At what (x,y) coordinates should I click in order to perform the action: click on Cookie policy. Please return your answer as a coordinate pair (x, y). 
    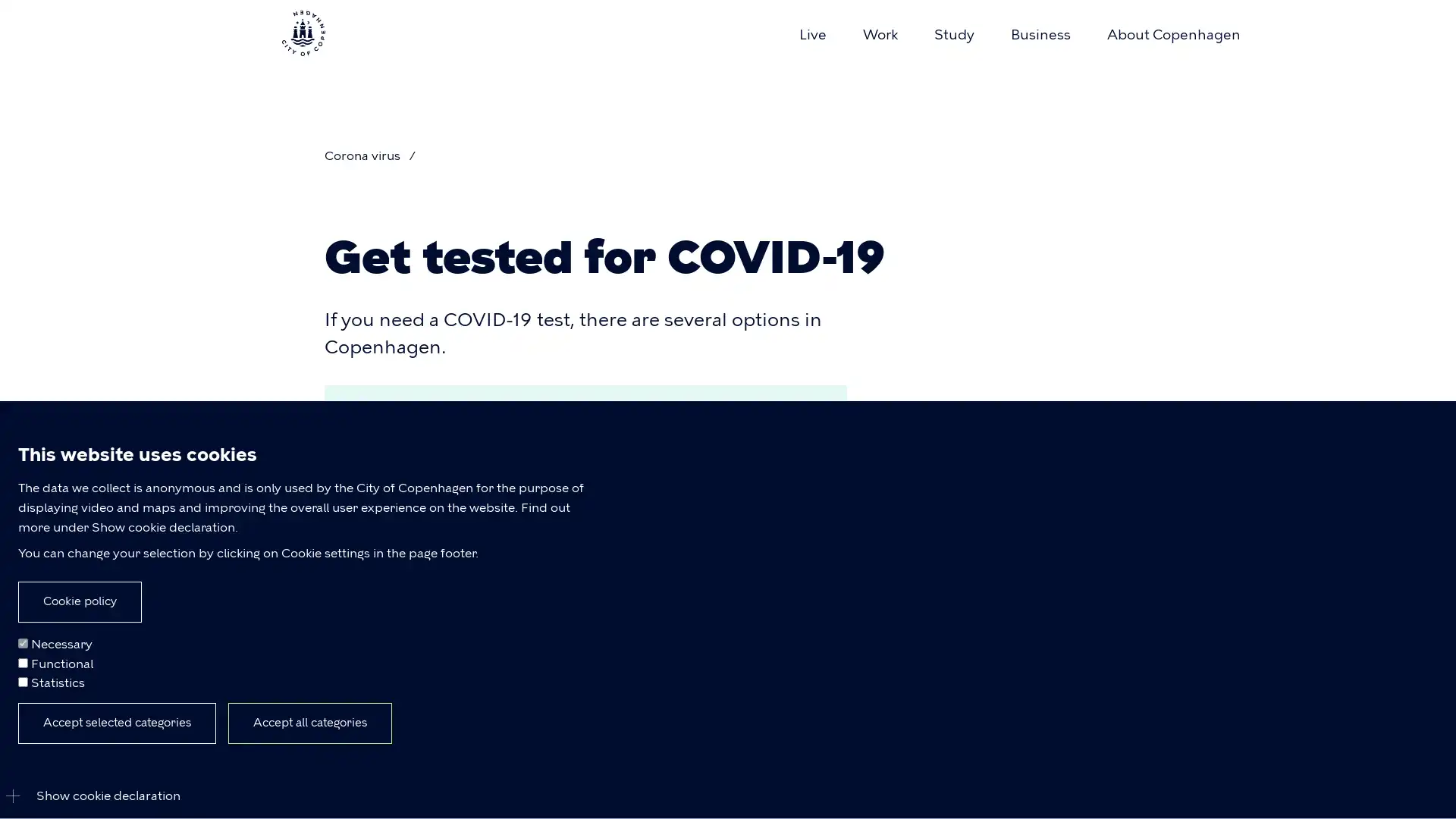
    Looking at the image, I should click on (79, 601).